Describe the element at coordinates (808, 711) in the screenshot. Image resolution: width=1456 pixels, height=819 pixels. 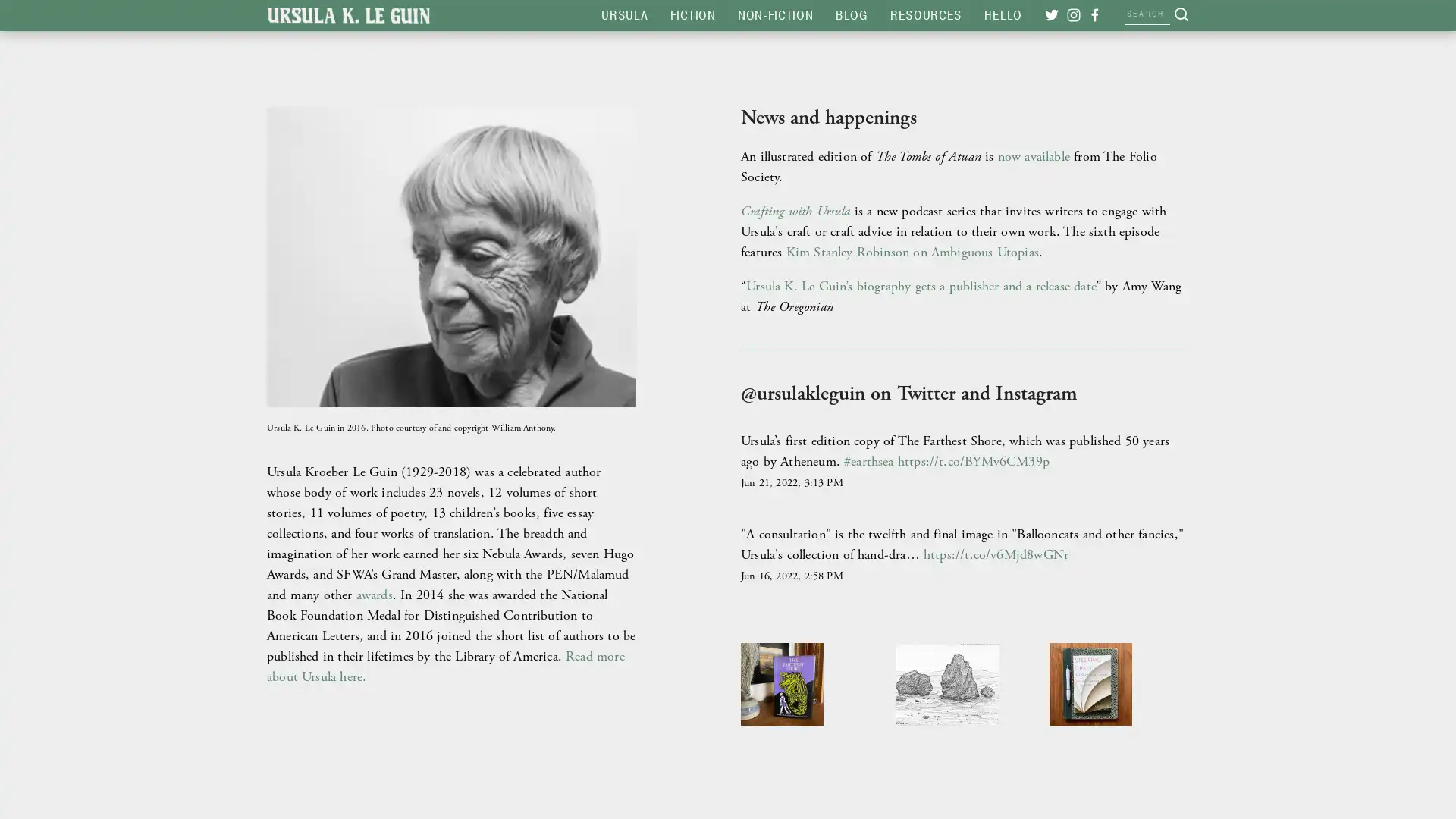
I see `View fullsize Ursula&rsquo;s first edition copy of The Farthest Shore, the third book of Earthsea, which celebrates its 50th anniversary this year. #ursulakleguin #ursulaleguin #earthsea #thefarthestshore` at that location.